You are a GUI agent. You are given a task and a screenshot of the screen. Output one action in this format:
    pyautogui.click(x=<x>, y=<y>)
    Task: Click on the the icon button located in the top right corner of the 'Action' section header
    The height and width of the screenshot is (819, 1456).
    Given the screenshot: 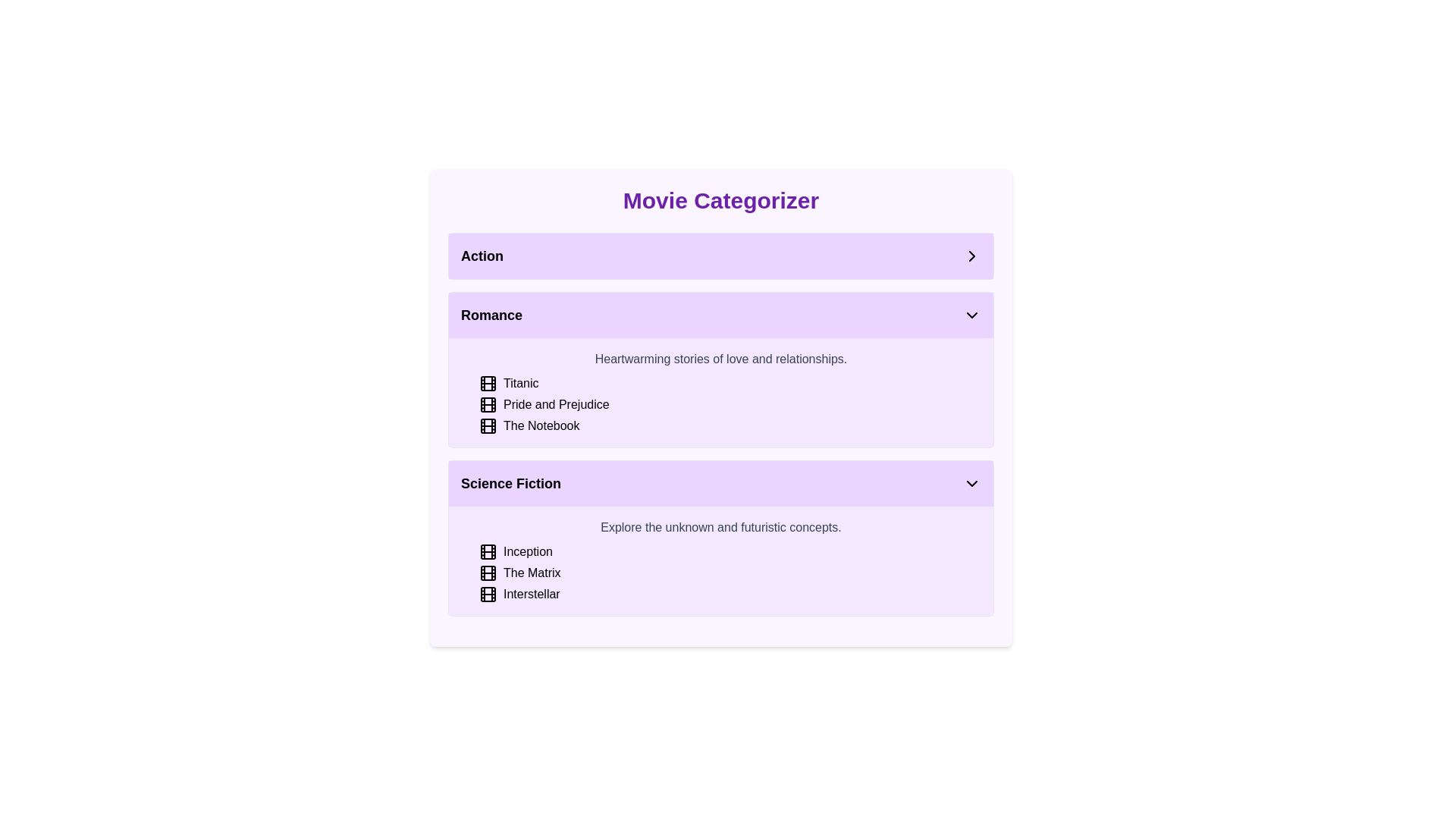 What is the action you would take?
    pyautogui.click(x=971, y=256)
    